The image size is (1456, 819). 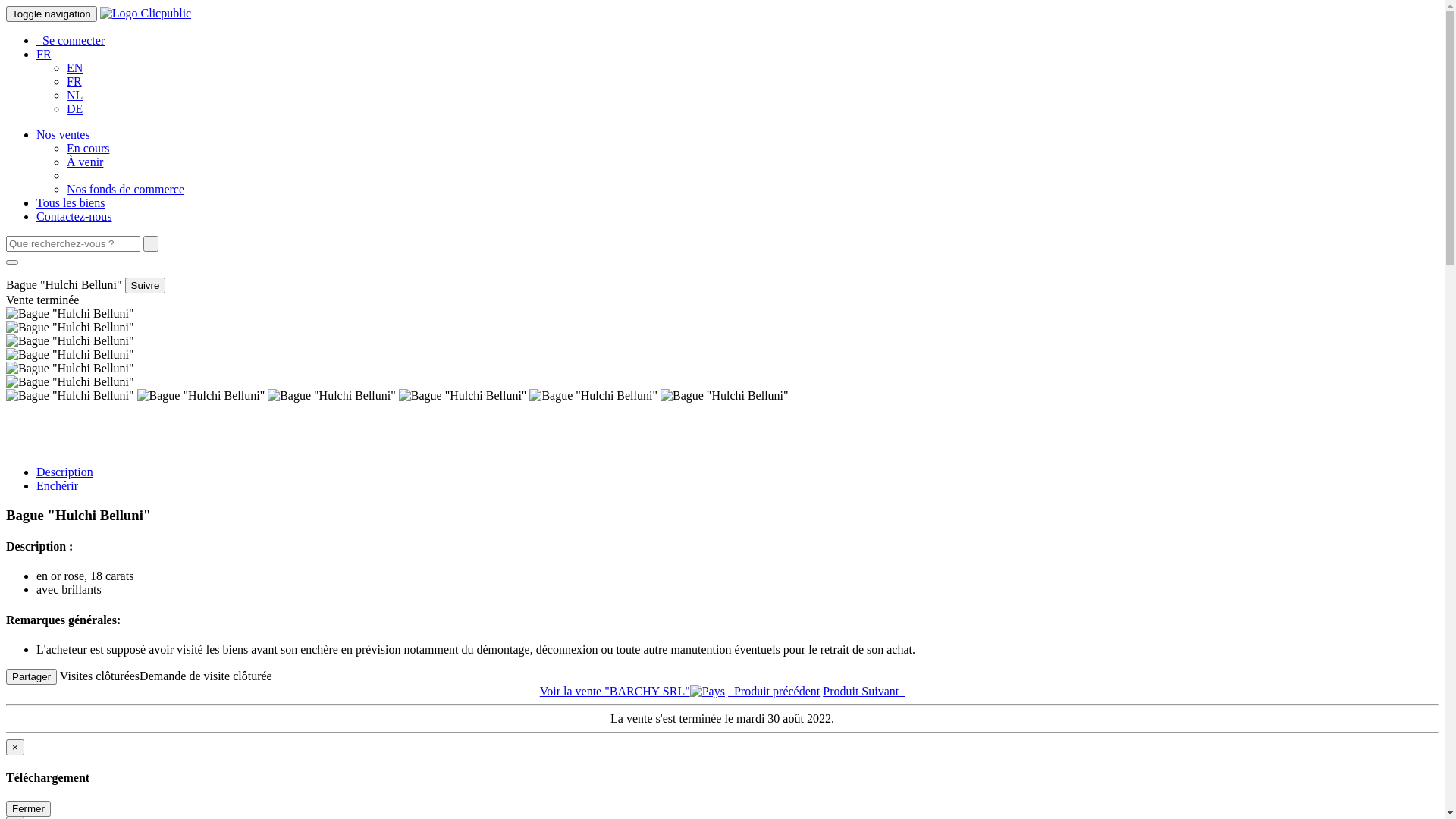 I want to click on 'FR', so click(x=73, y=81).